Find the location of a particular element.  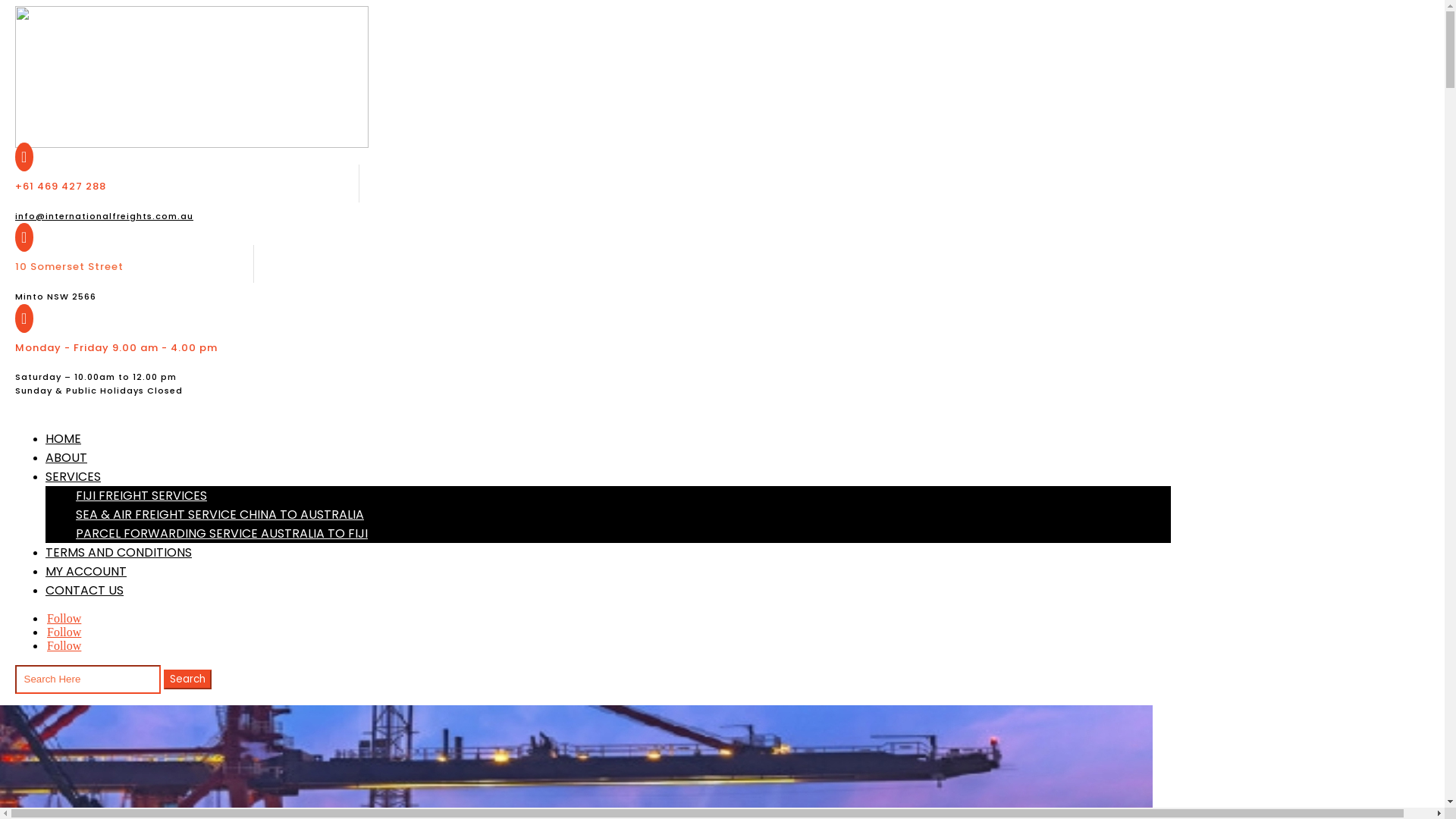

'SERVICES' is located at coordinates (45, 475).